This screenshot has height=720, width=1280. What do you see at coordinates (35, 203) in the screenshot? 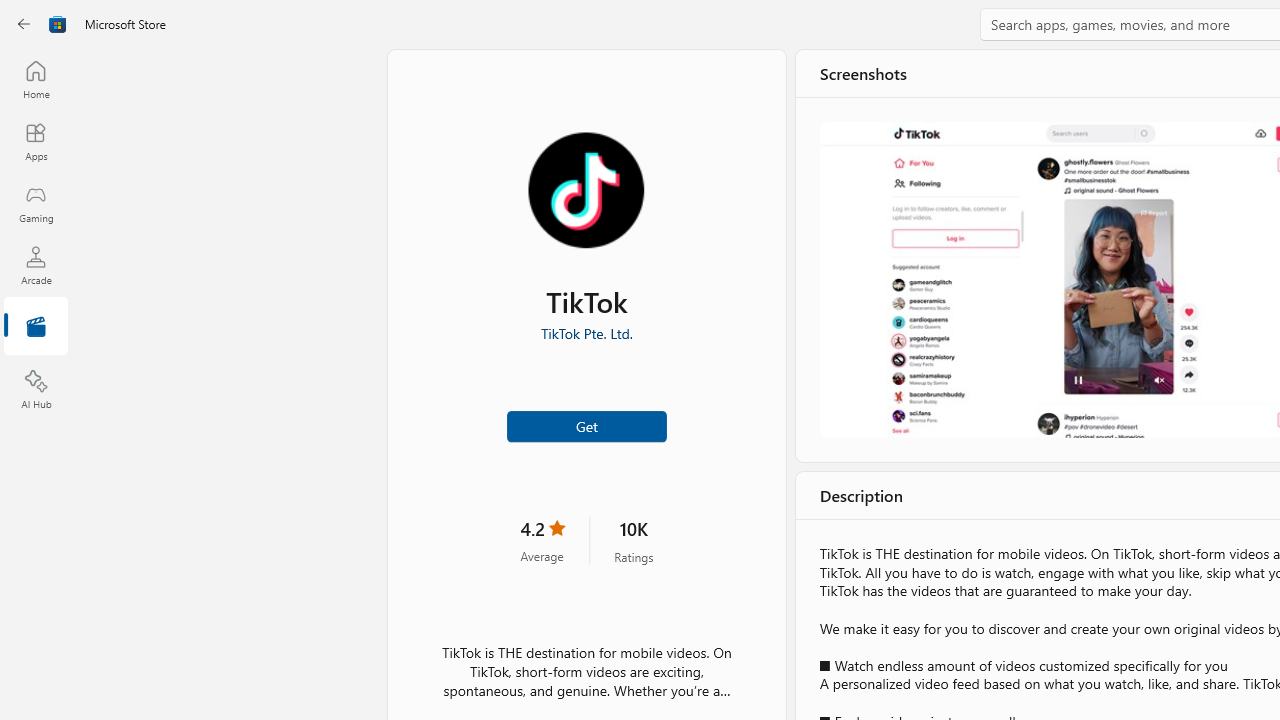
I see `'Gaming'` at bounding box center [35, 203].